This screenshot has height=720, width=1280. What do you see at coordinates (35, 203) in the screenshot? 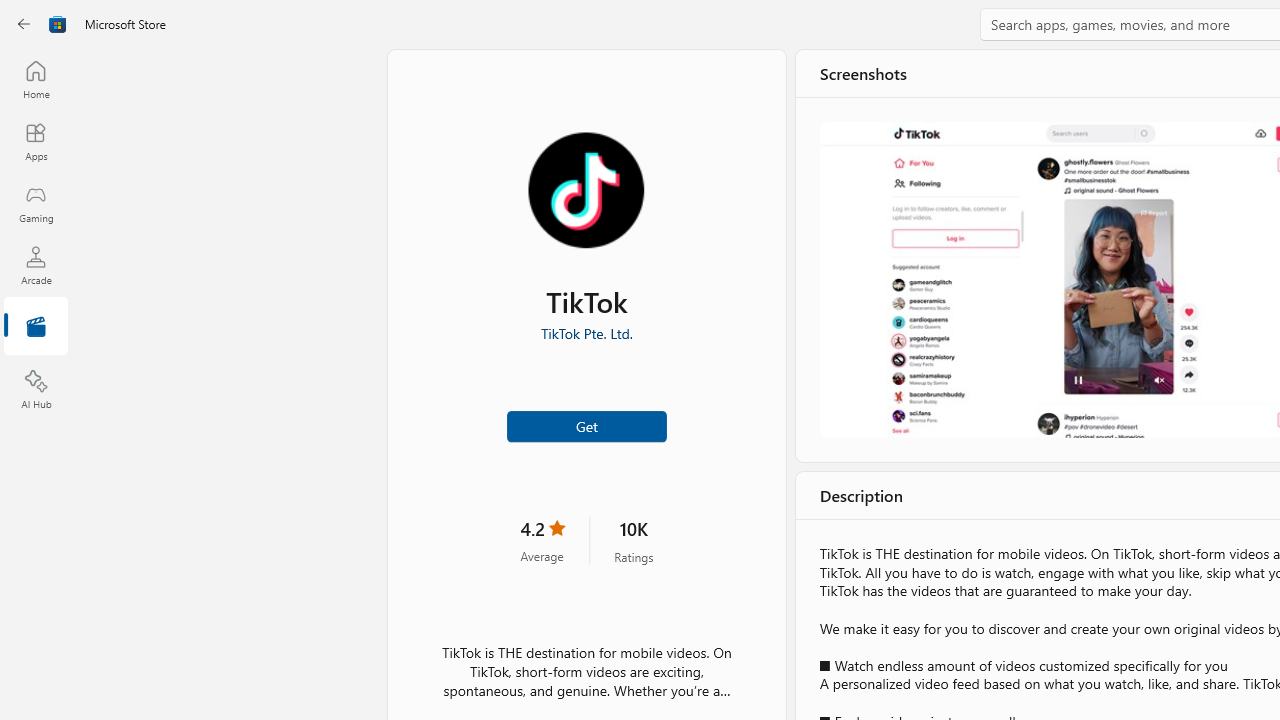
I see `'Gaming'` at bounding box center [35, 203].